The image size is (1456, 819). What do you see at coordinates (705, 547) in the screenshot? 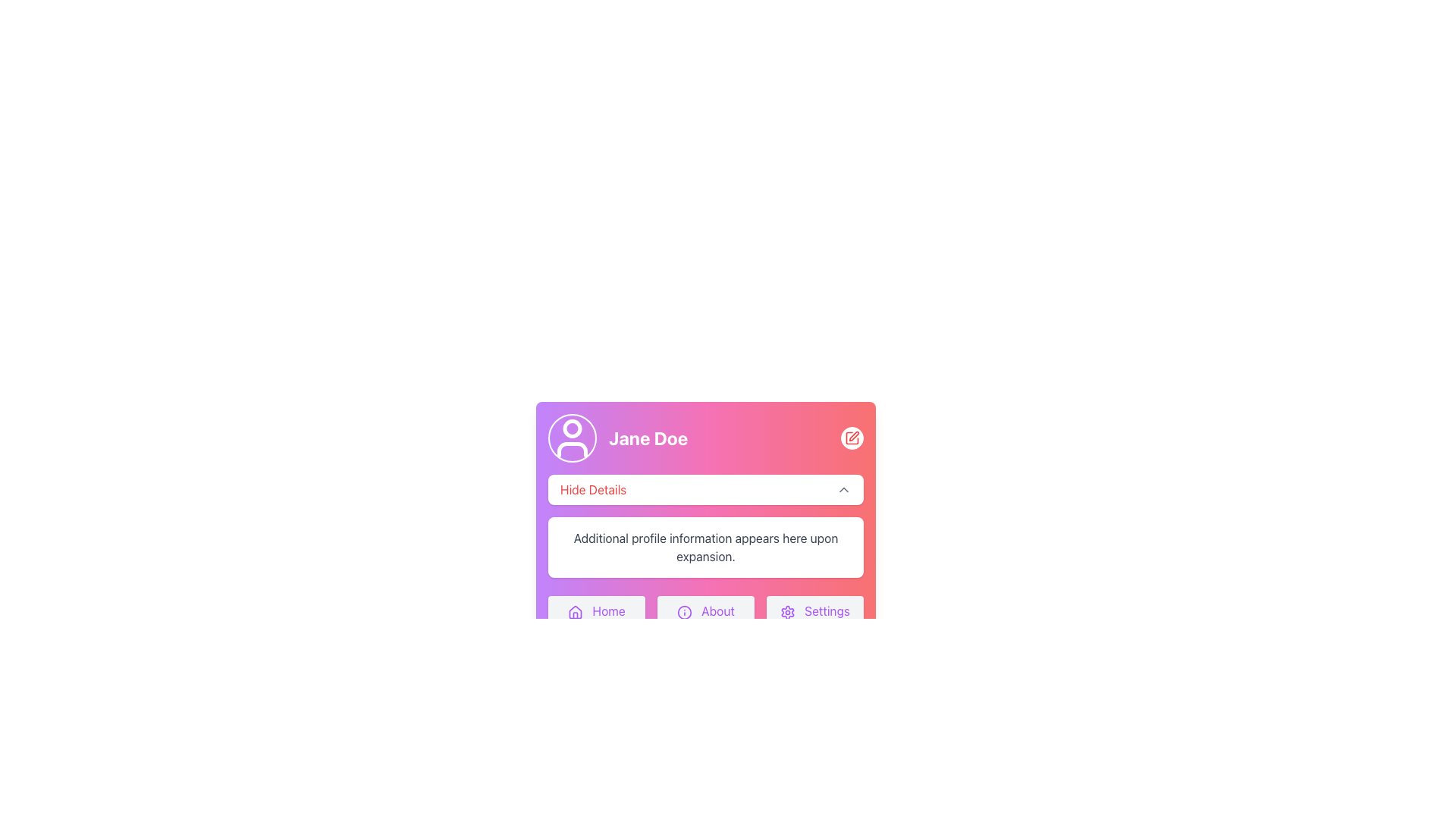
I see `text from the Text Label located beneath the 'Hide Details' toggle button, positioned at the center-bottom section of the user details card` at bounding box center [705, 547].